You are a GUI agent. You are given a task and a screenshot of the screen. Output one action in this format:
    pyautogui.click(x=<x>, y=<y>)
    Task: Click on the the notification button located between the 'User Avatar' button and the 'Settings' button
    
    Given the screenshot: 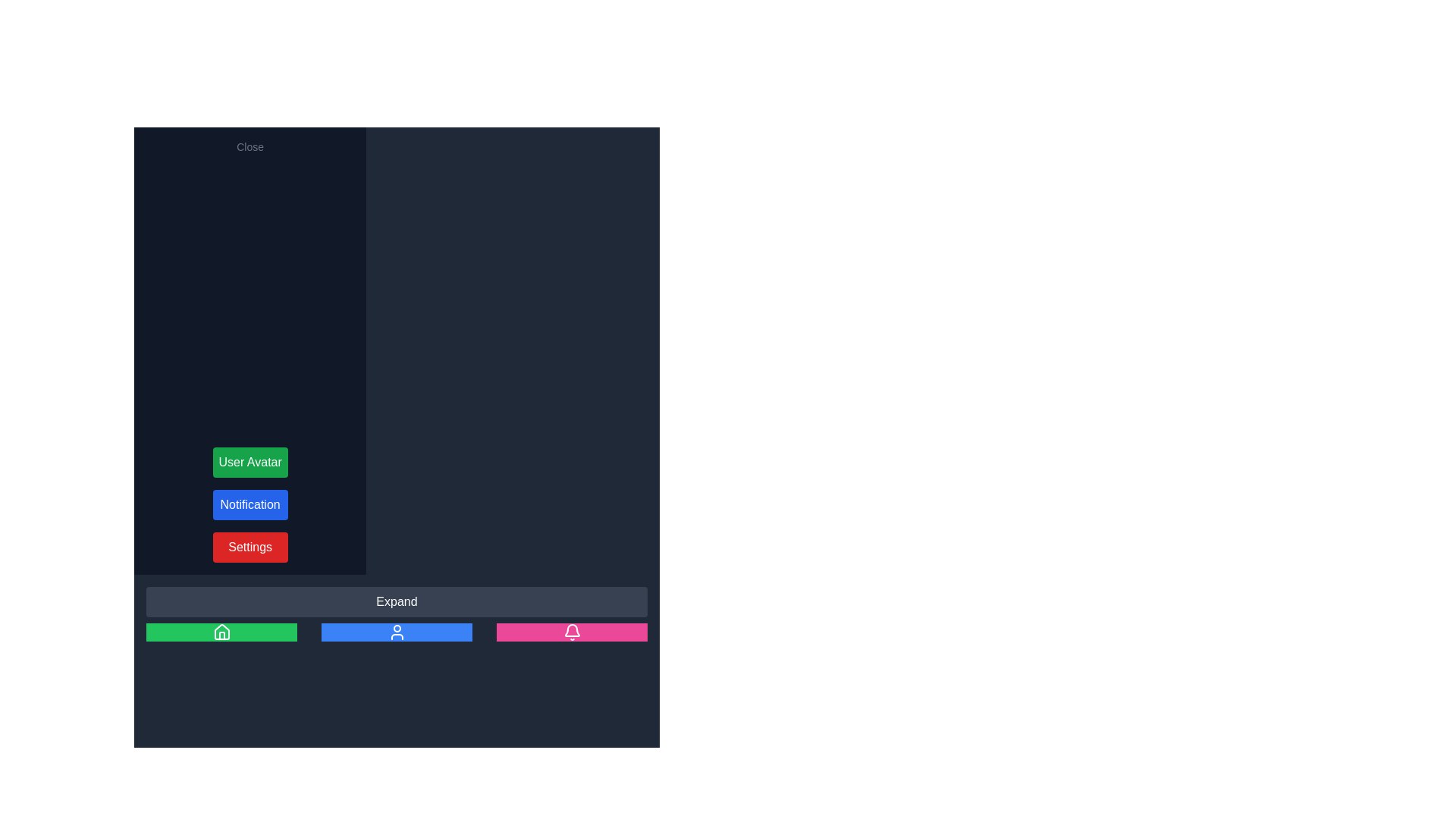 What is the action you would take?
    pyautogui.click(x=250, y=505)
    